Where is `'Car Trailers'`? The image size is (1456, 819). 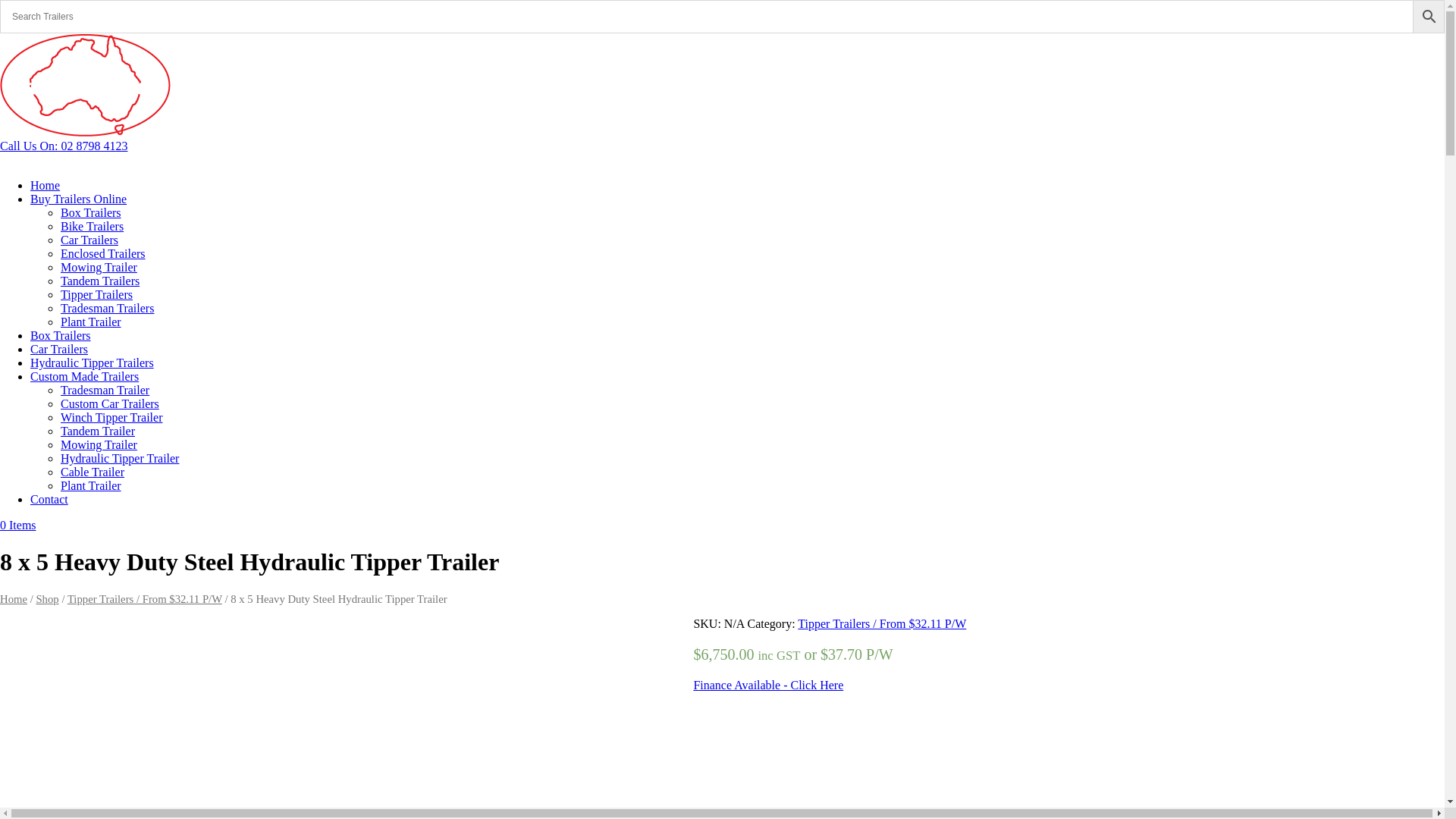
'Car Trailers' is located at coordinates (89, 239).